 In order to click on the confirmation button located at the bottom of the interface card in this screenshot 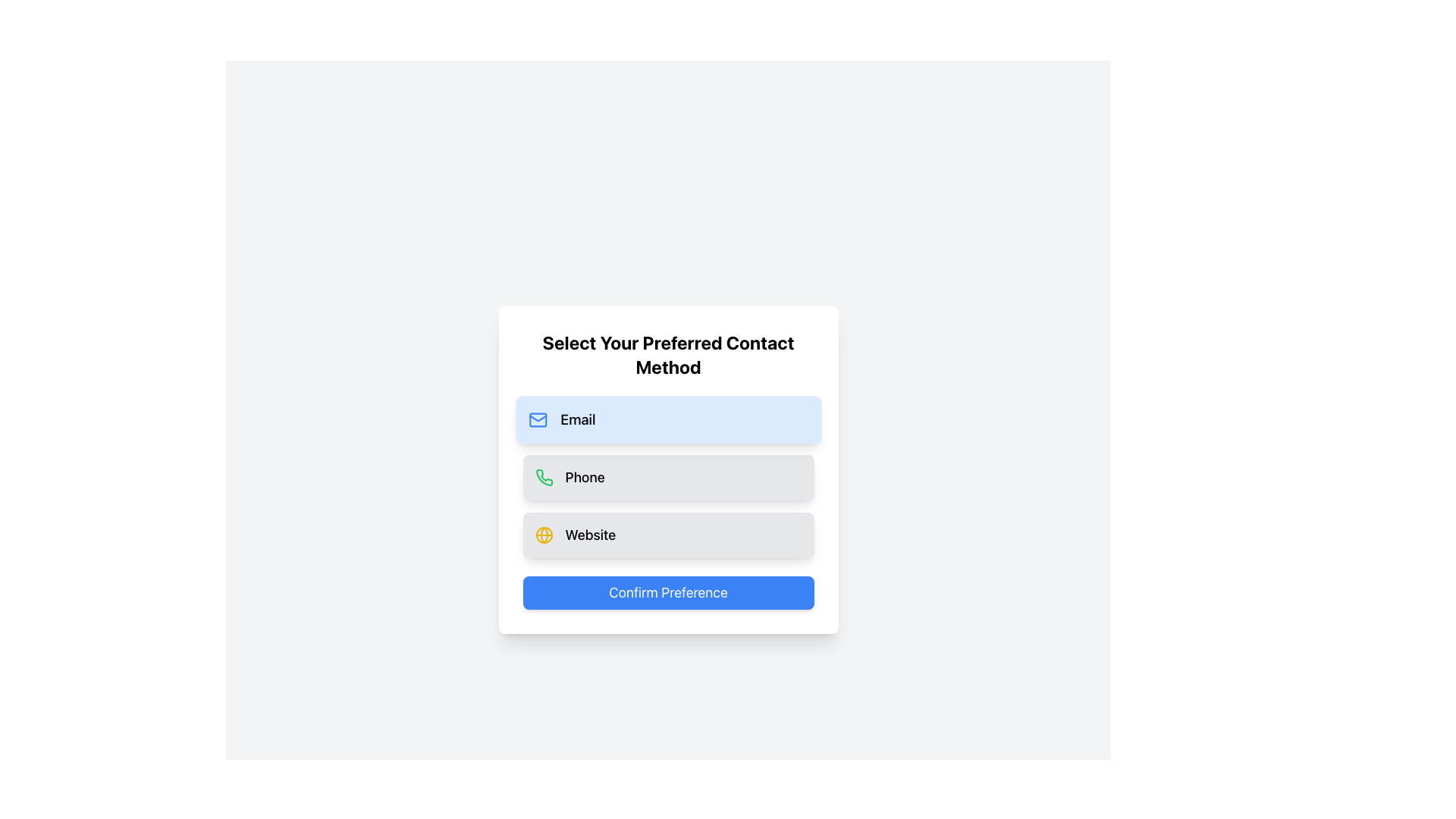, I will do `click(667, 592)`.